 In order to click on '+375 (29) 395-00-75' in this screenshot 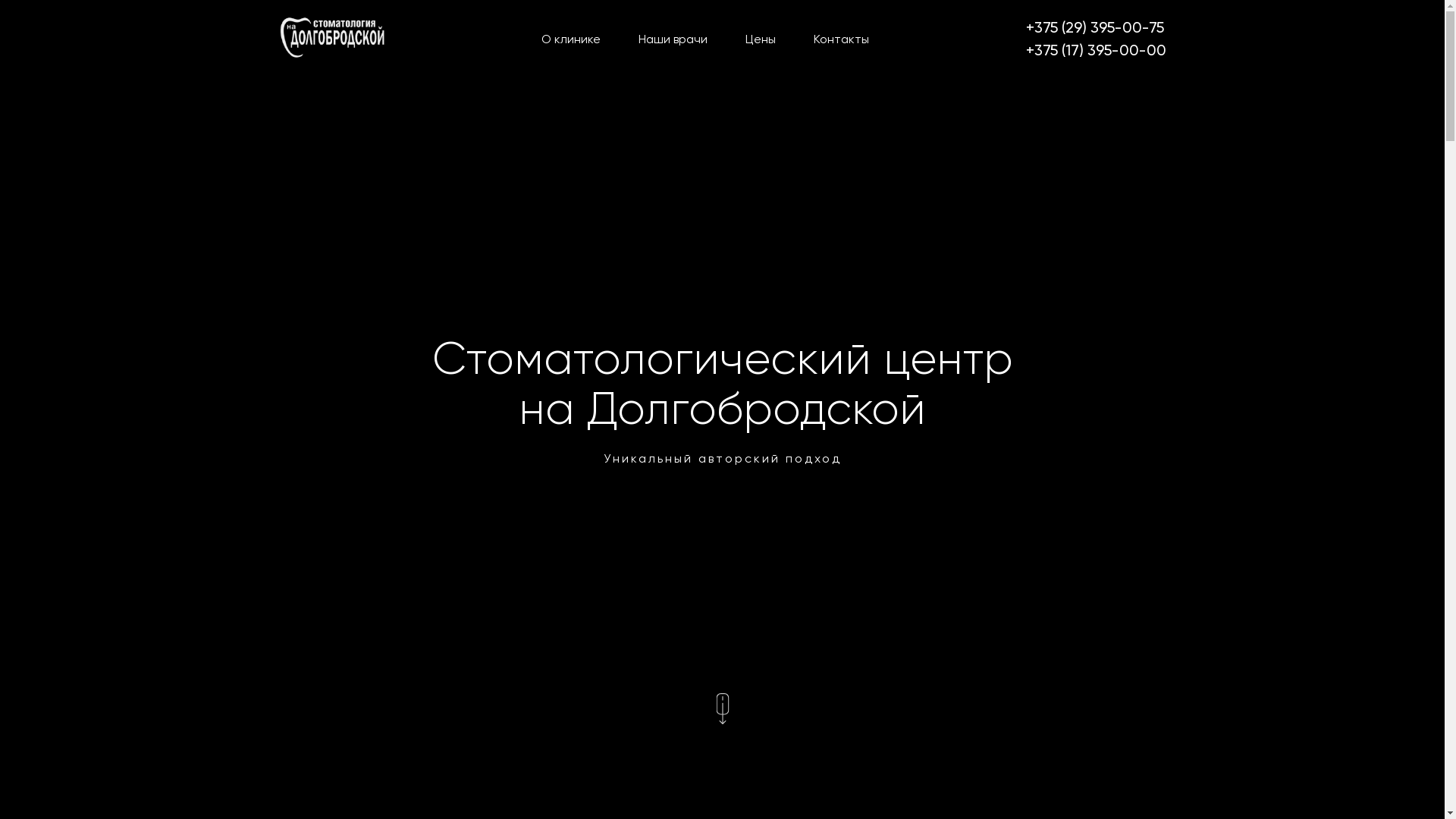, I will do `click(1095, 27)`.